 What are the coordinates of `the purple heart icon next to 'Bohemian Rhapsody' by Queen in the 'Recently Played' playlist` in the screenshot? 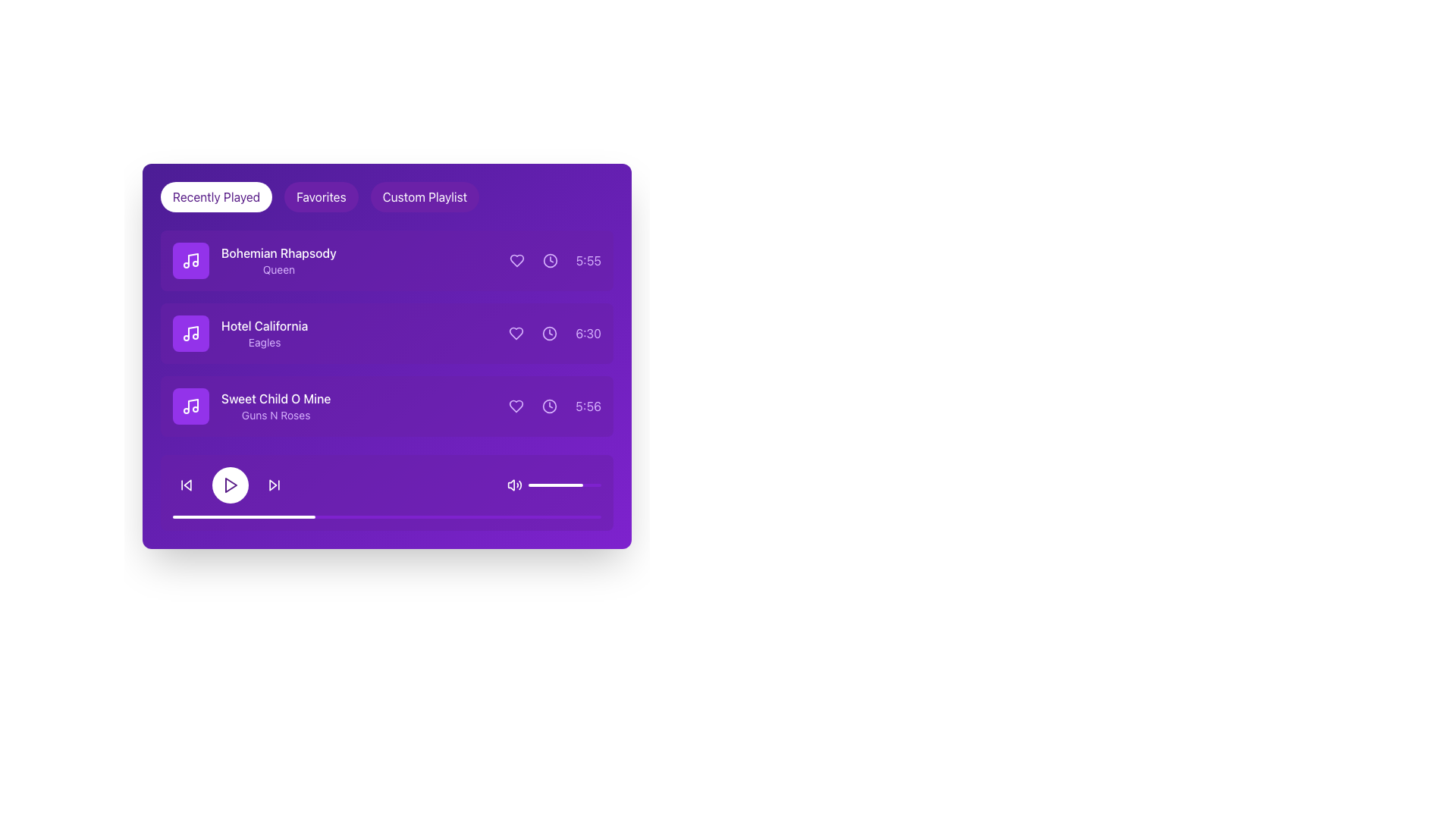 It's located at (516, 259).